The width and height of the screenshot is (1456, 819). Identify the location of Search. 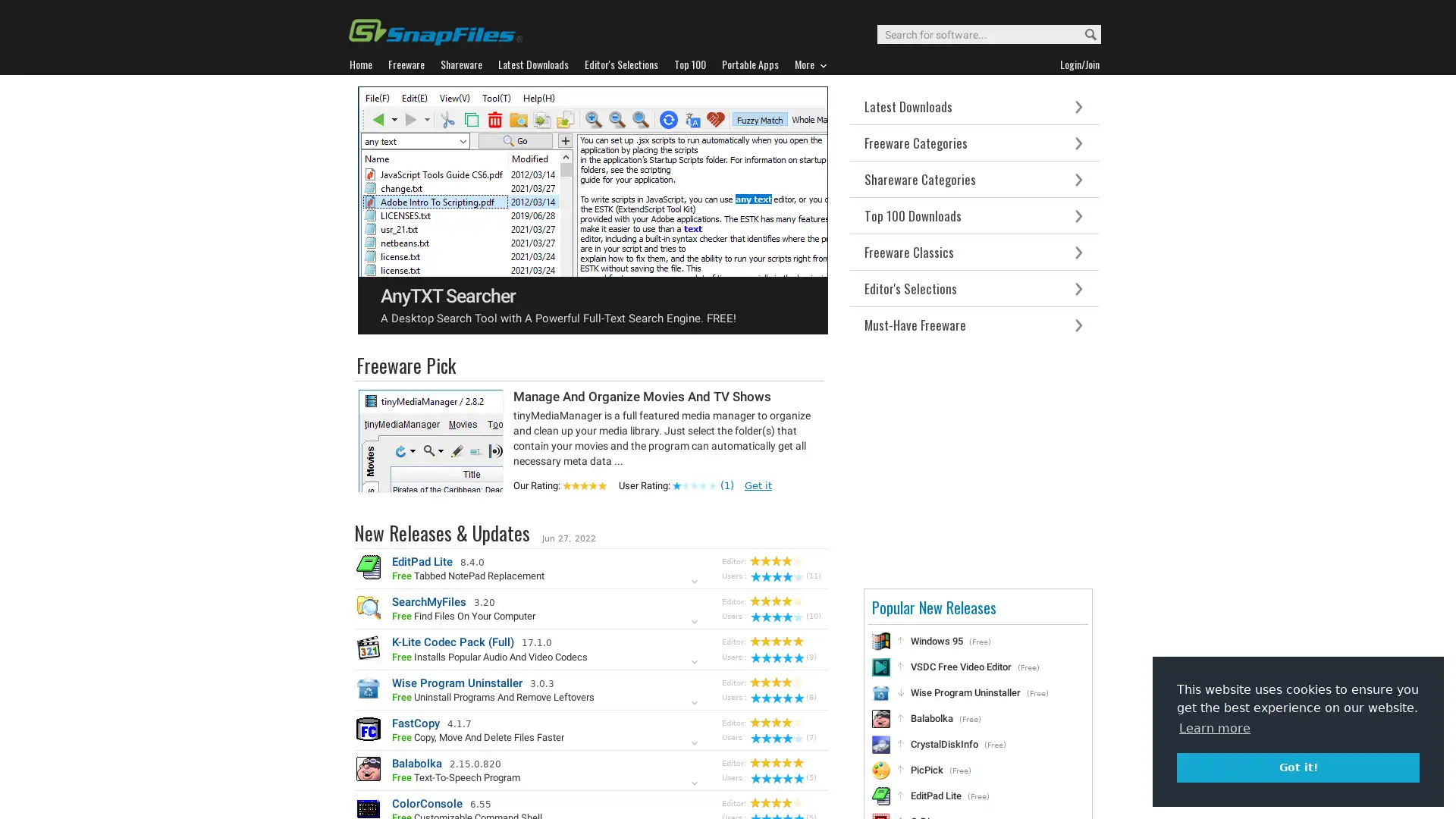
(1083, 34).